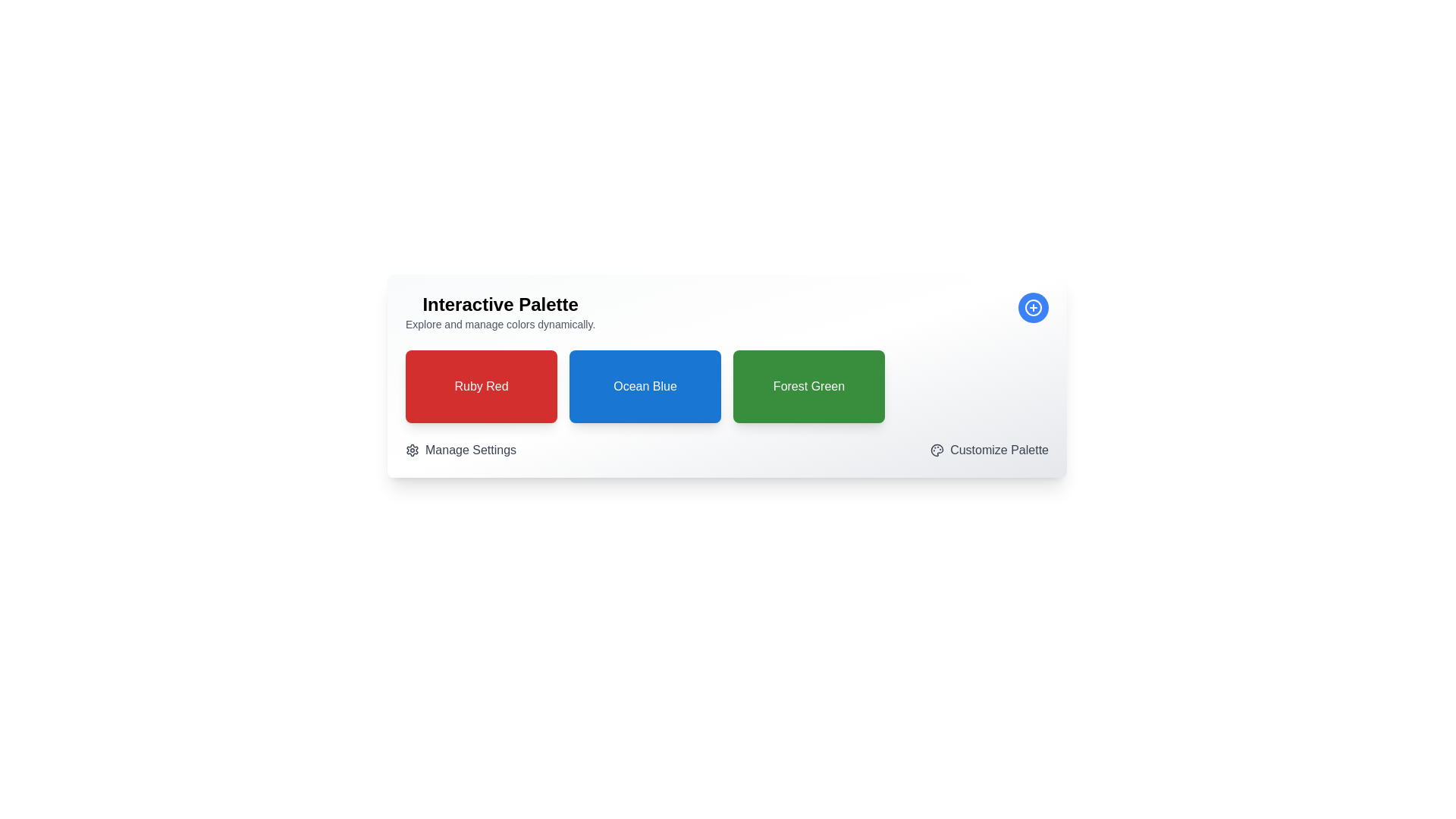  I want to click on descriptive text element located directly below the 'Interactive Palette' title, which provides supplementary information about the section, so click(500, 324).